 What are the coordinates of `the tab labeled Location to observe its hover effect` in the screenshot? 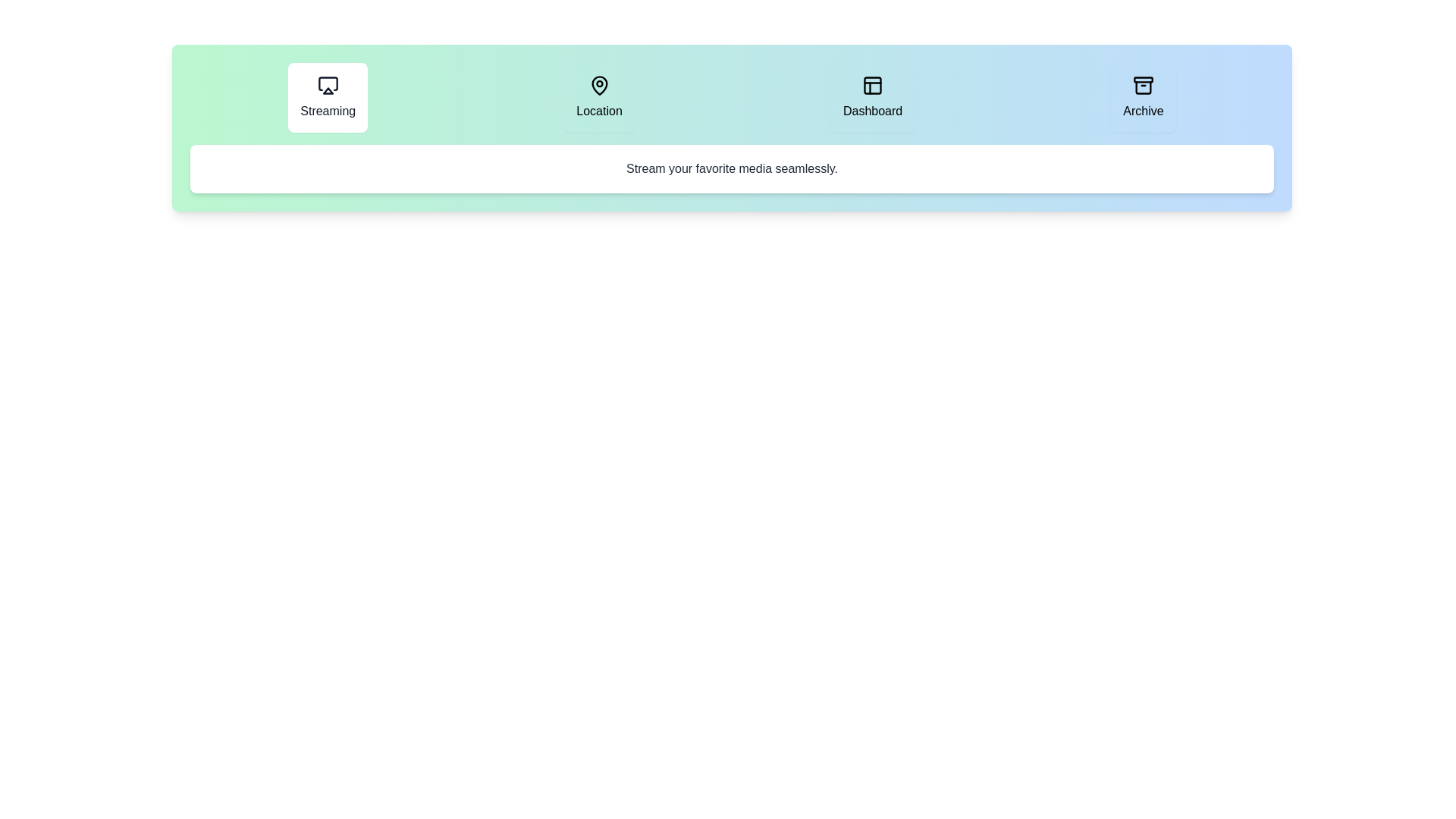 It's located at (598, 97).